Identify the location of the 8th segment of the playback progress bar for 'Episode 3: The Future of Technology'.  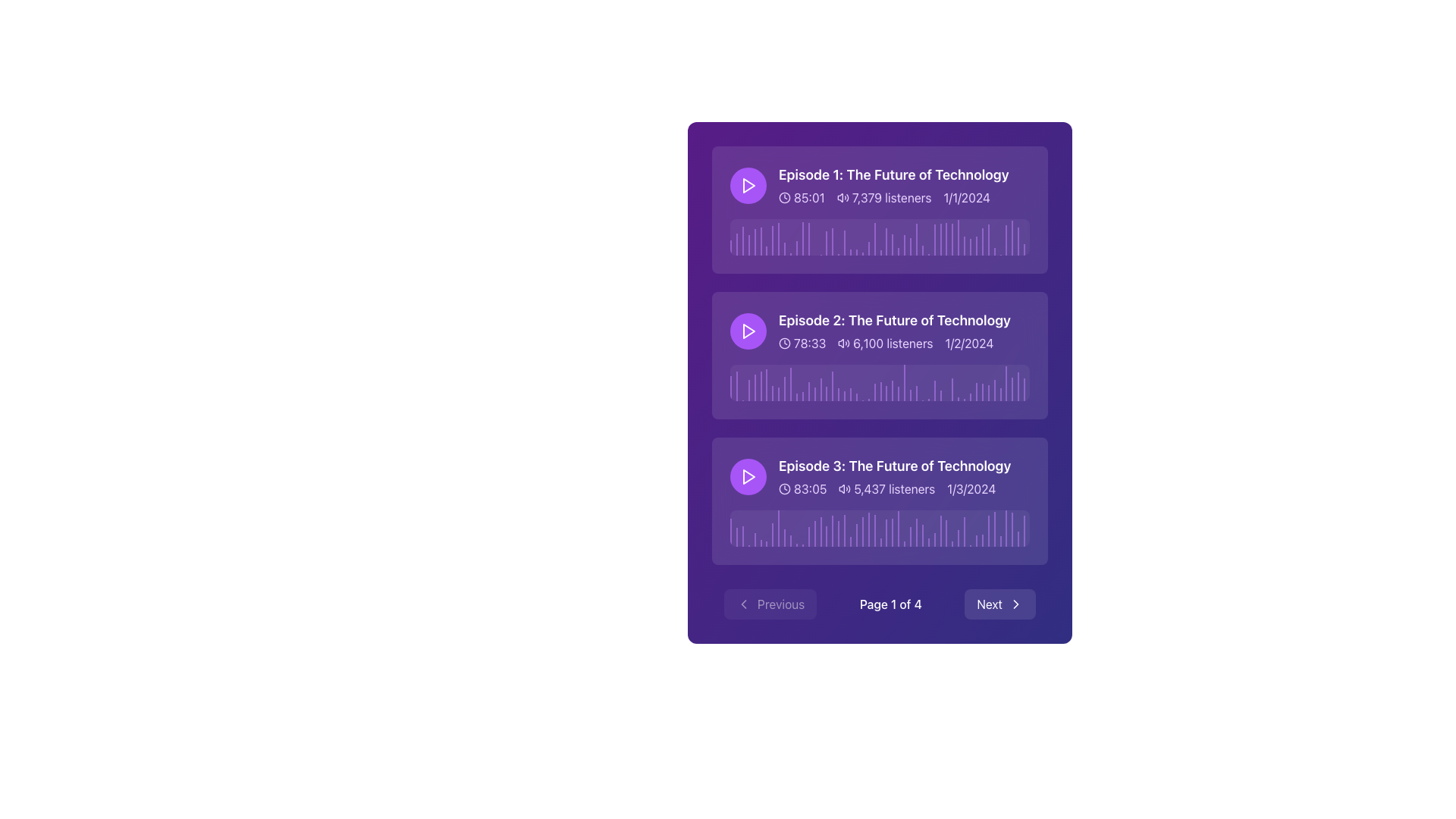
(773, 534).